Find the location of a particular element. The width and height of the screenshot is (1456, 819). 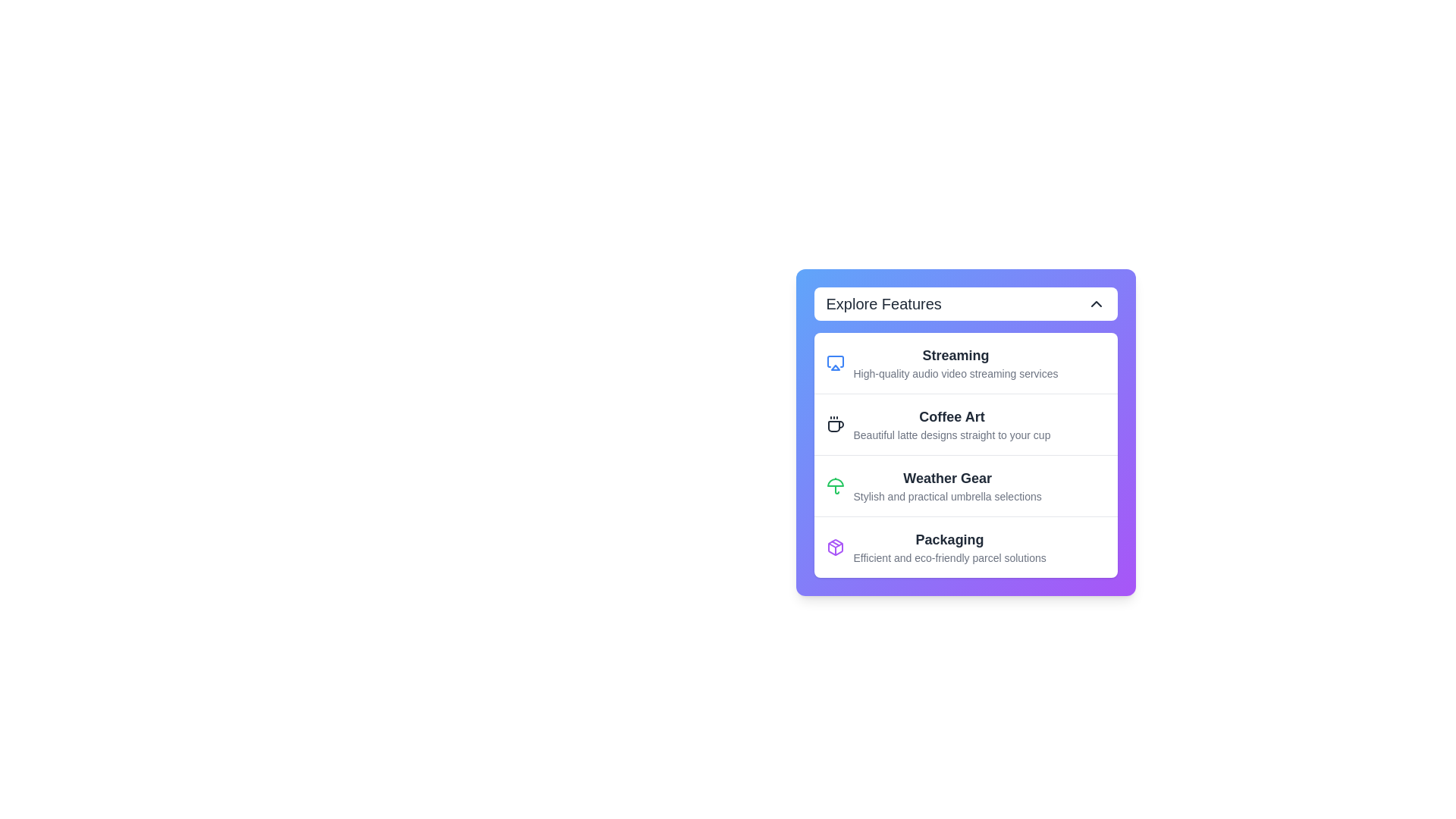

descriptive text element located immediately below the 'Streaming' heading, which provides context about high-quality audio and video streaming services is located at coordinates (955, 374).